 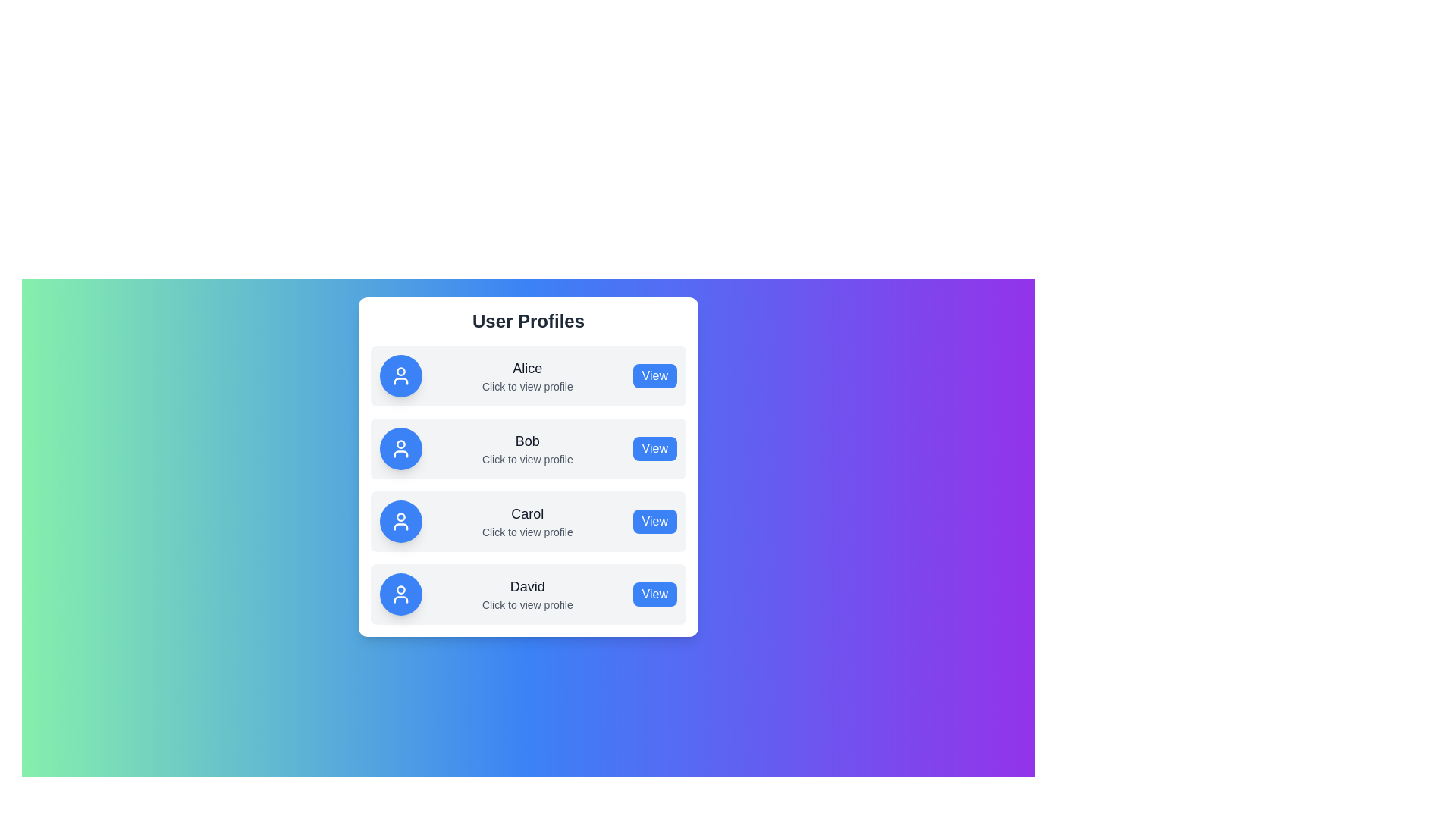 What do you see at coordinates (527, 532) in the screenshot?
I see `the text label displaying 'Click` at bounding box center [527, 532].